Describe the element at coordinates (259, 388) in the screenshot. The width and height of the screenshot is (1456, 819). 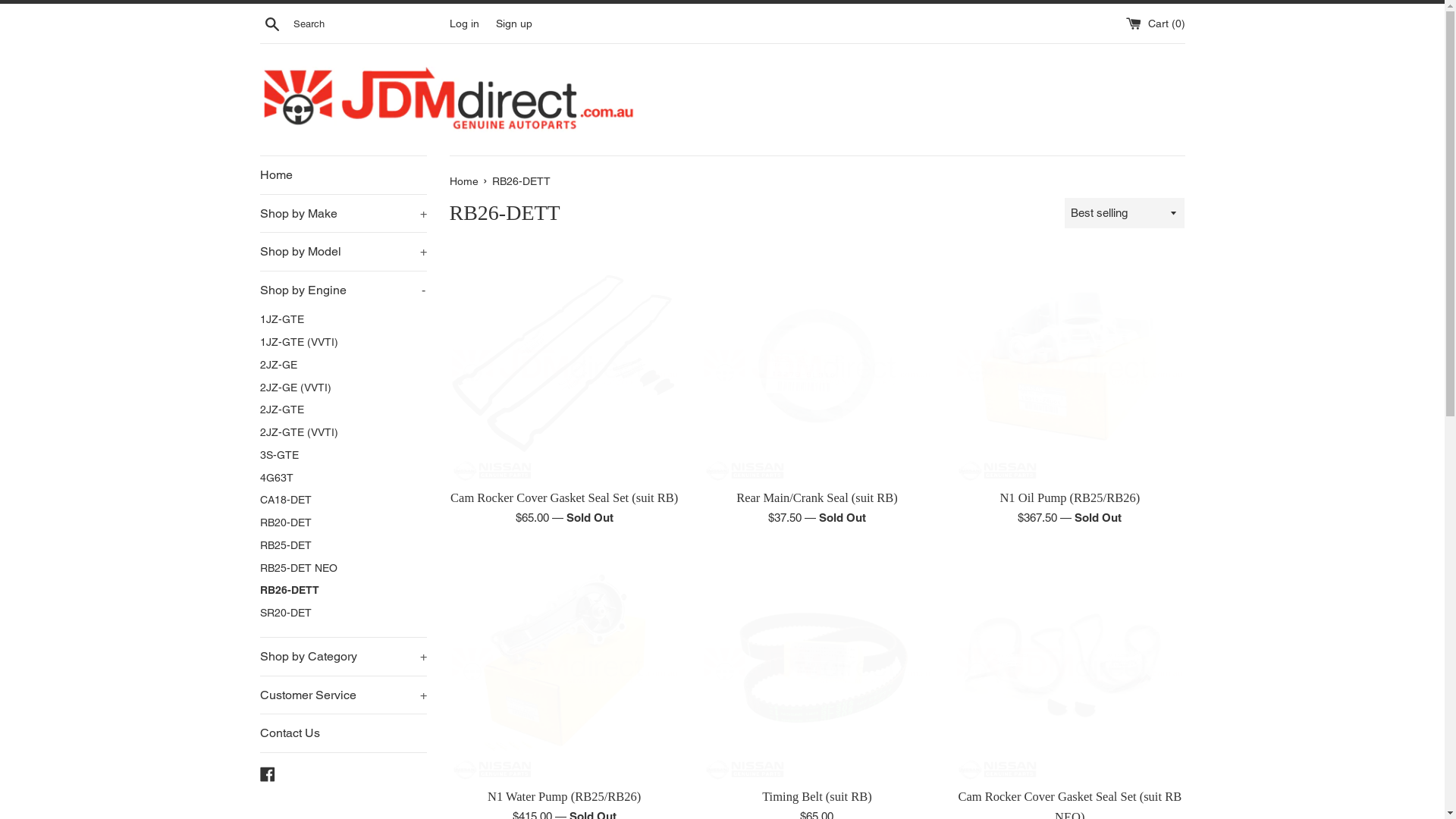
I see `'2JZ-GE (VVTI)'` at that location.